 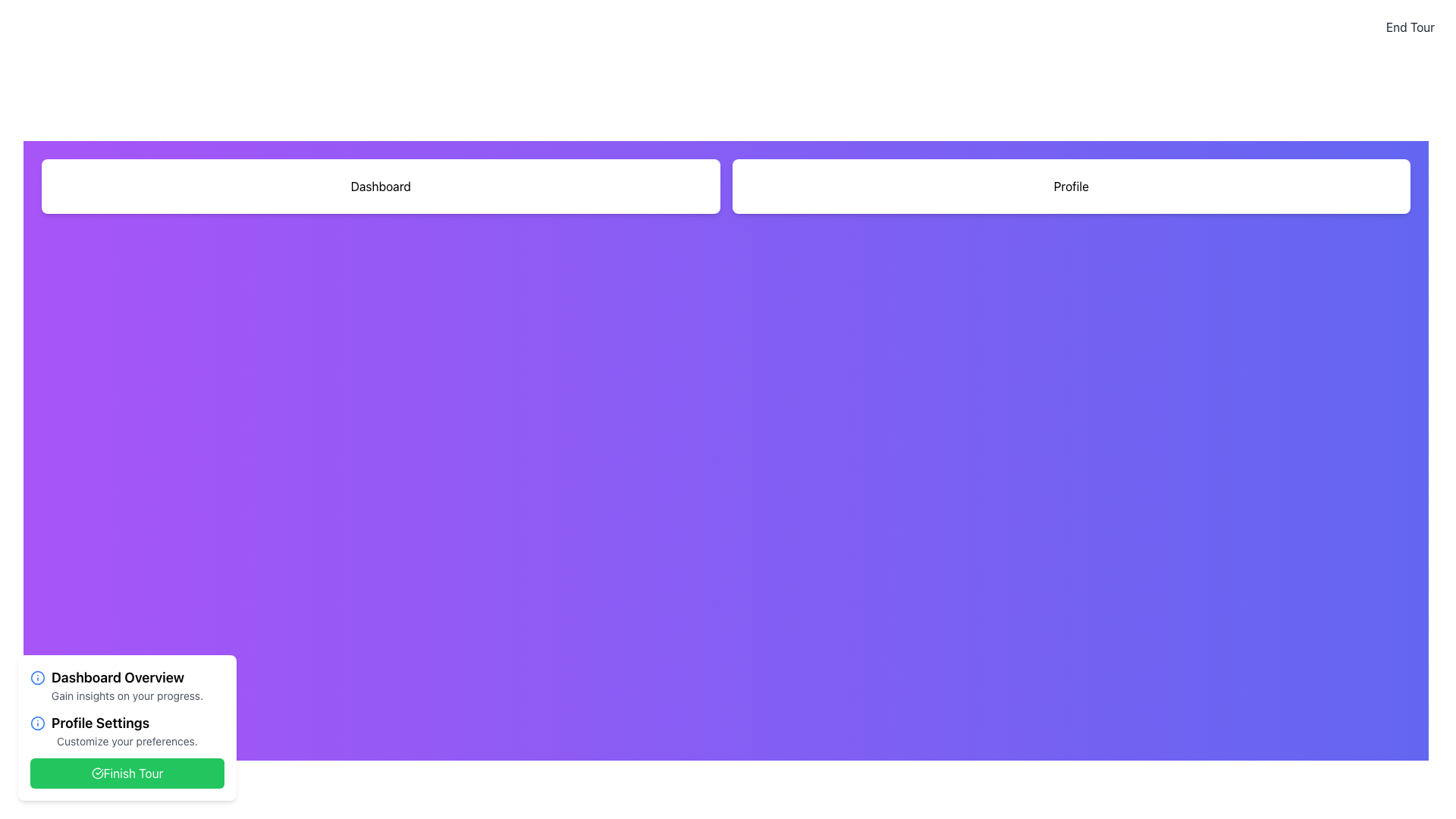 What do you see at coordinates (127, 696) in the screenshot?
I see `the text label providing a brief descriptive text or tip concerning the 'Dashboard Overview' section, located in the lower-left corner of the interface, directly below the 'Dashboard Overview' text` at bounding box center [127, 696].